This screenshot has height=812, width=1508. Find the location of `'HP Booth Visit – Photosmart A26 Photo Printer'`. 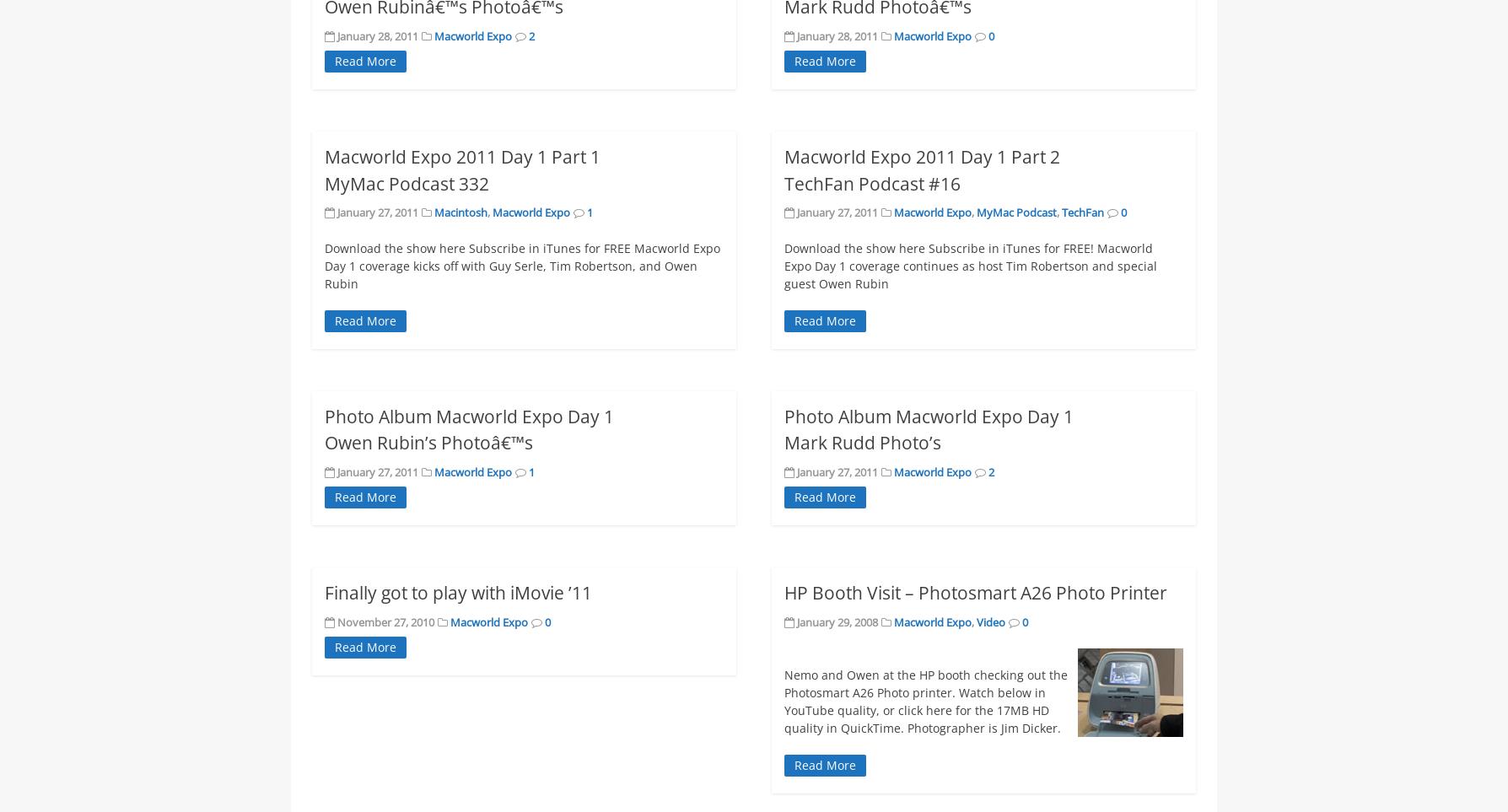

'HP Booth Visit – Photosmart A26 Photo Printer' is located at coordinates (973, 591).